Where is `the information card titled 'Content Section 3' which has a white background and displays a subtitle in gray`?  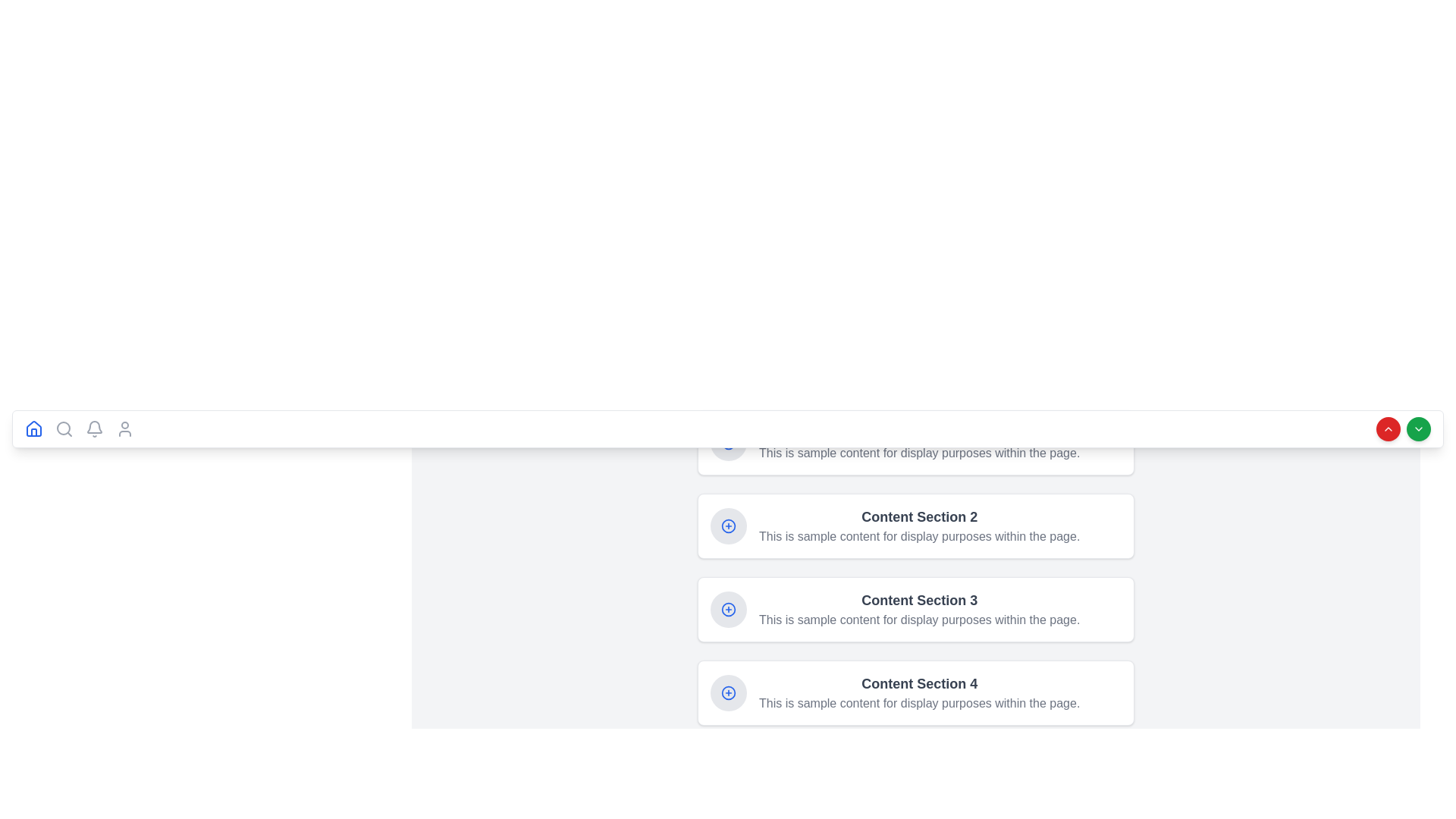 the information card titled 'Content Section 3' which has a white background and displays a subtitle in gray is located at coordinates (915, 608).